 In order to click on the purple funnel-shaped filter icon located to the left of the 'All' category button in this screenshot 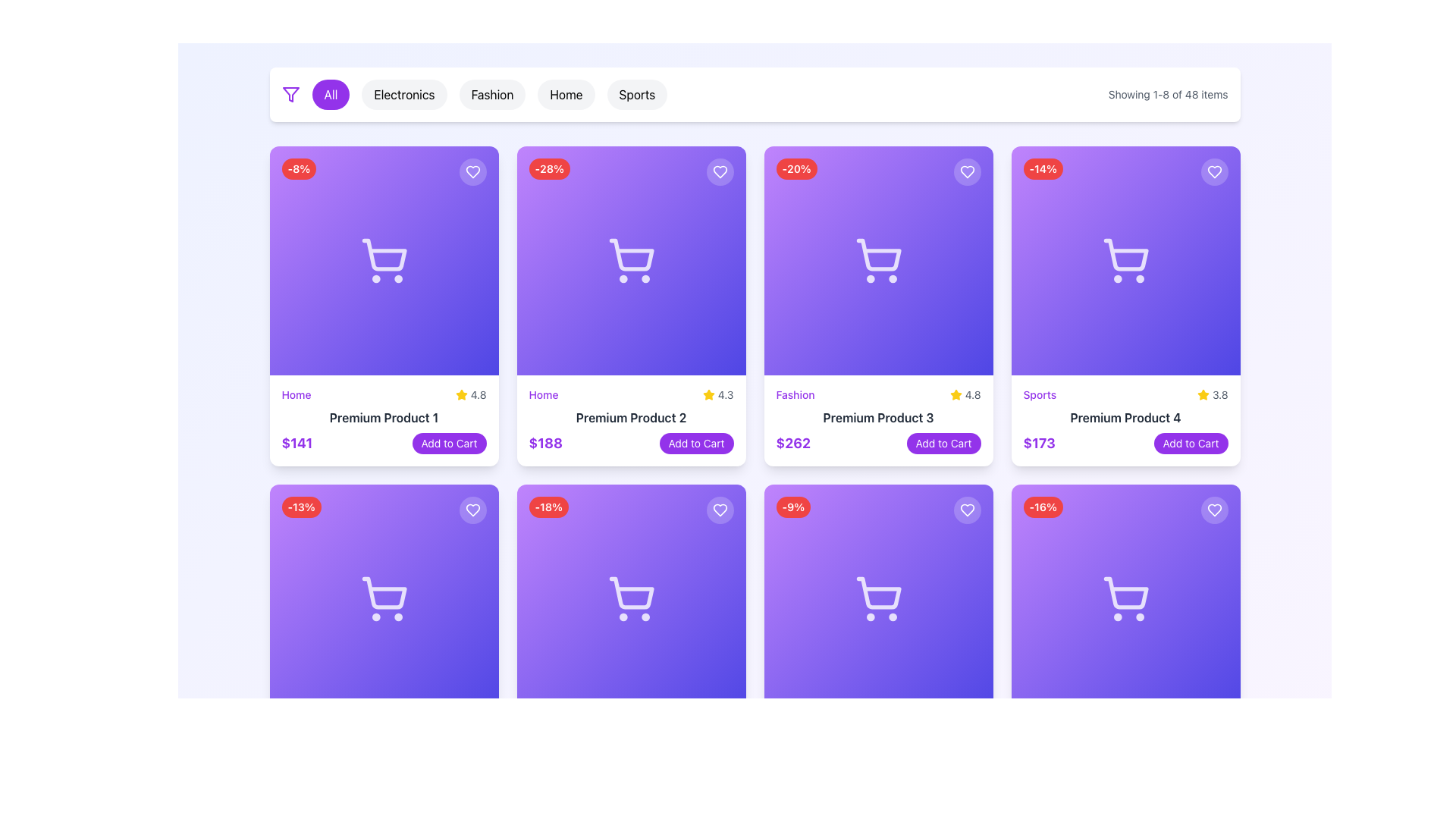, I will do `click(290, 94)`.